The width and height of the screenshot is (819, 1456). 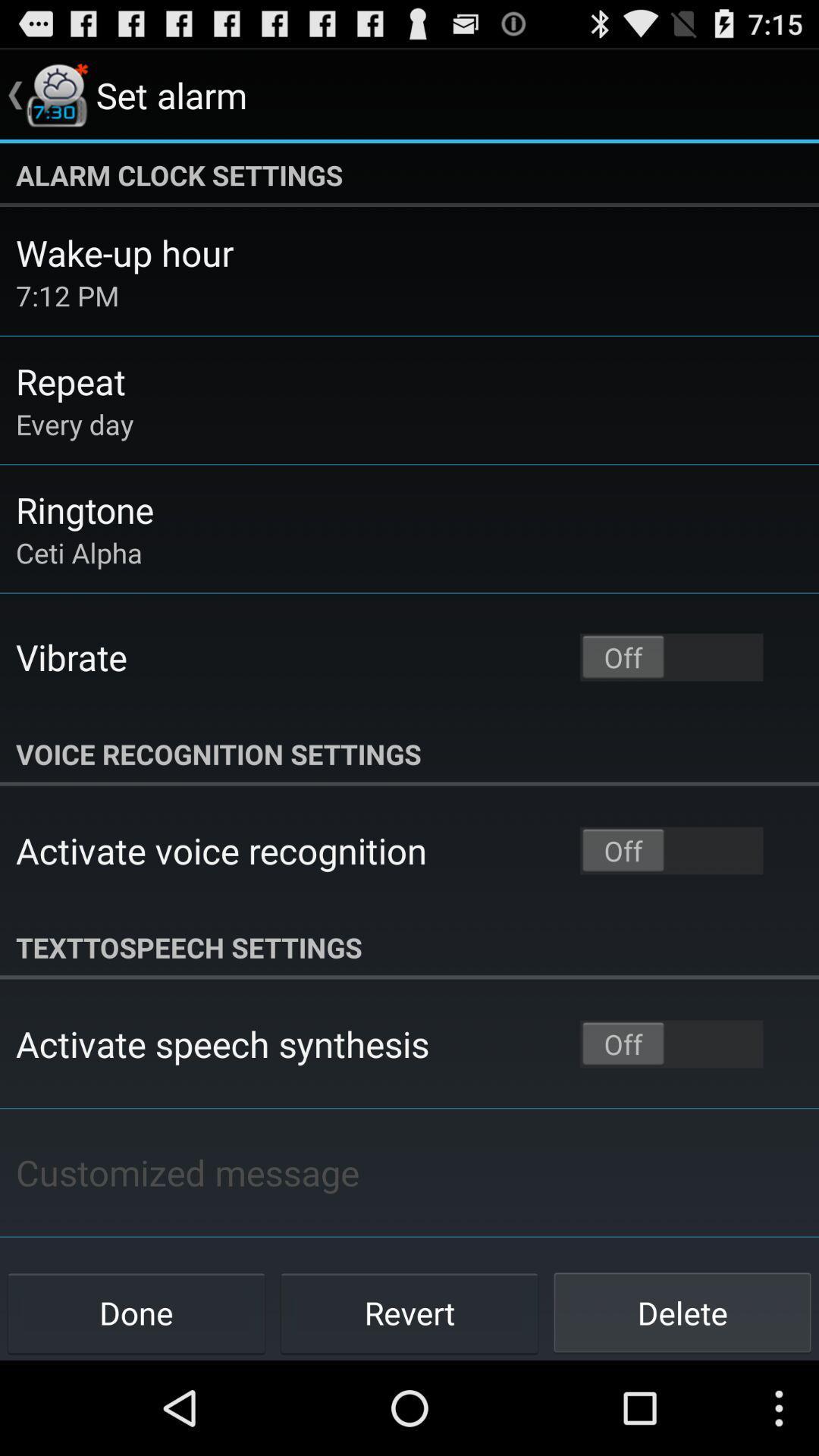 I want to click on the ceti alpha app, so click(x=79, y=552).